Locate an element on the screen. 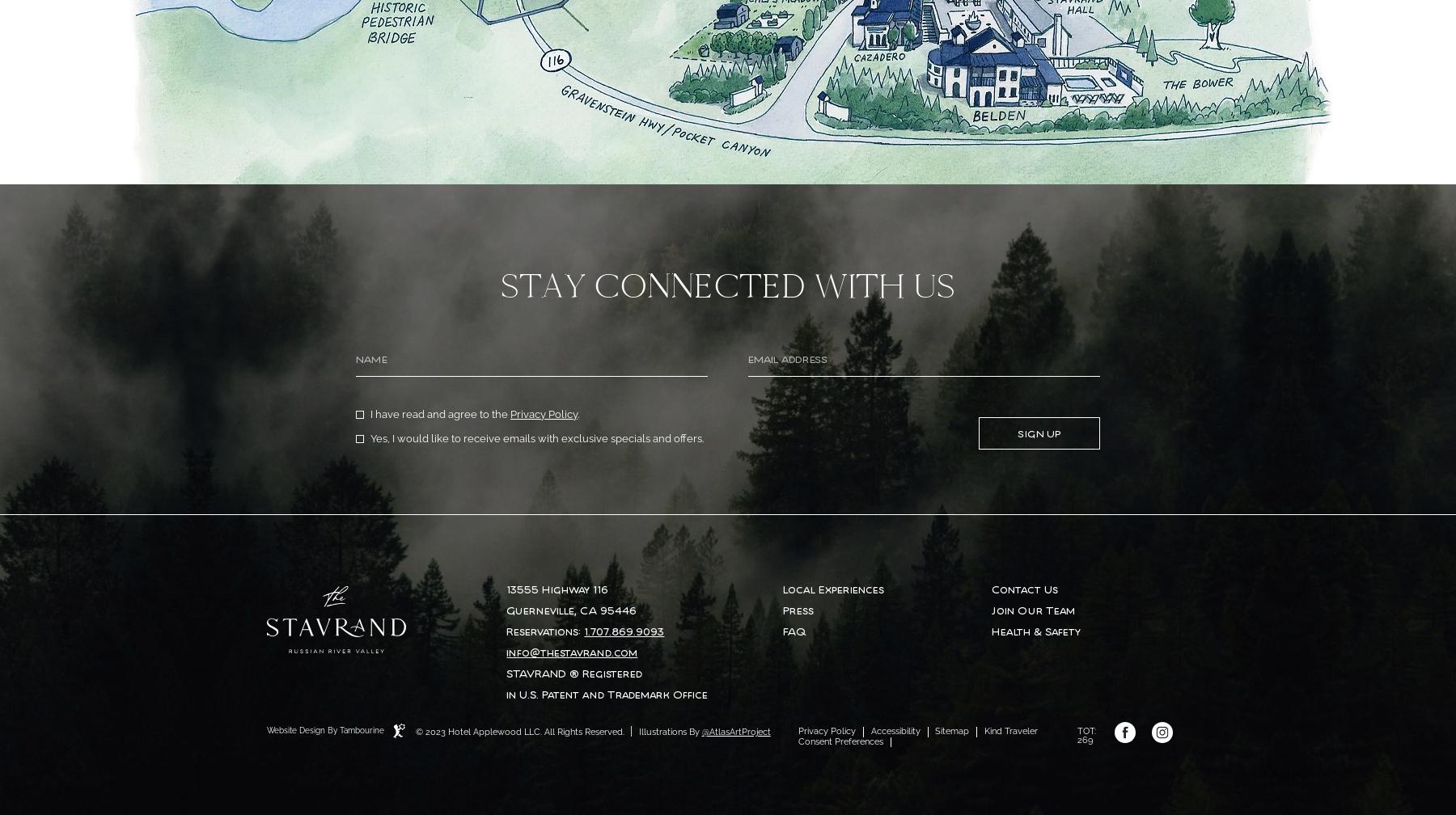 The width and height of the screenshot is (1456, 815). 'Sitemap' is located at coordinates (951, 730).